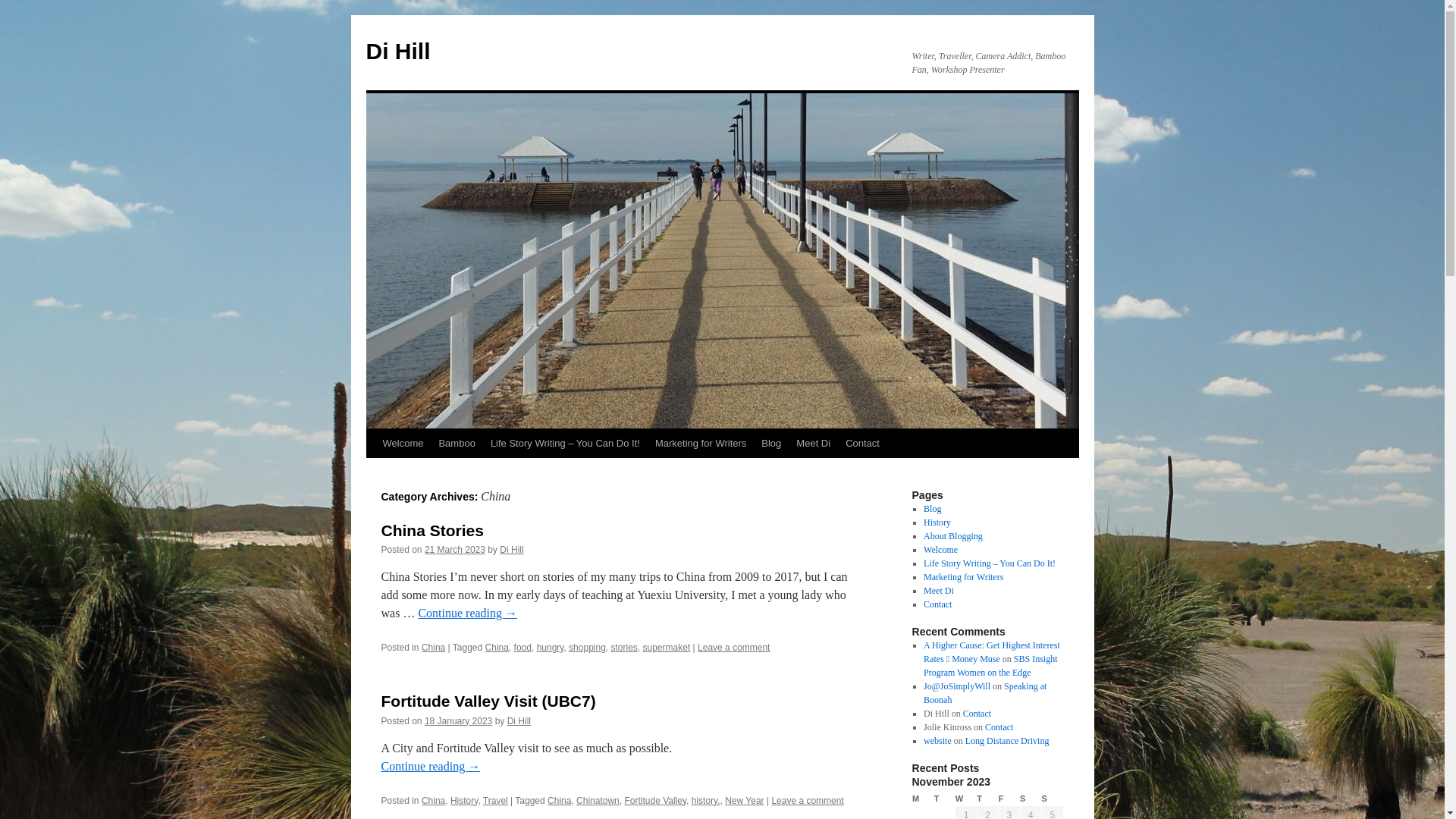  Describe the element at coordinates (624, 647) in the screenshot. I see `'stories'` at that location.